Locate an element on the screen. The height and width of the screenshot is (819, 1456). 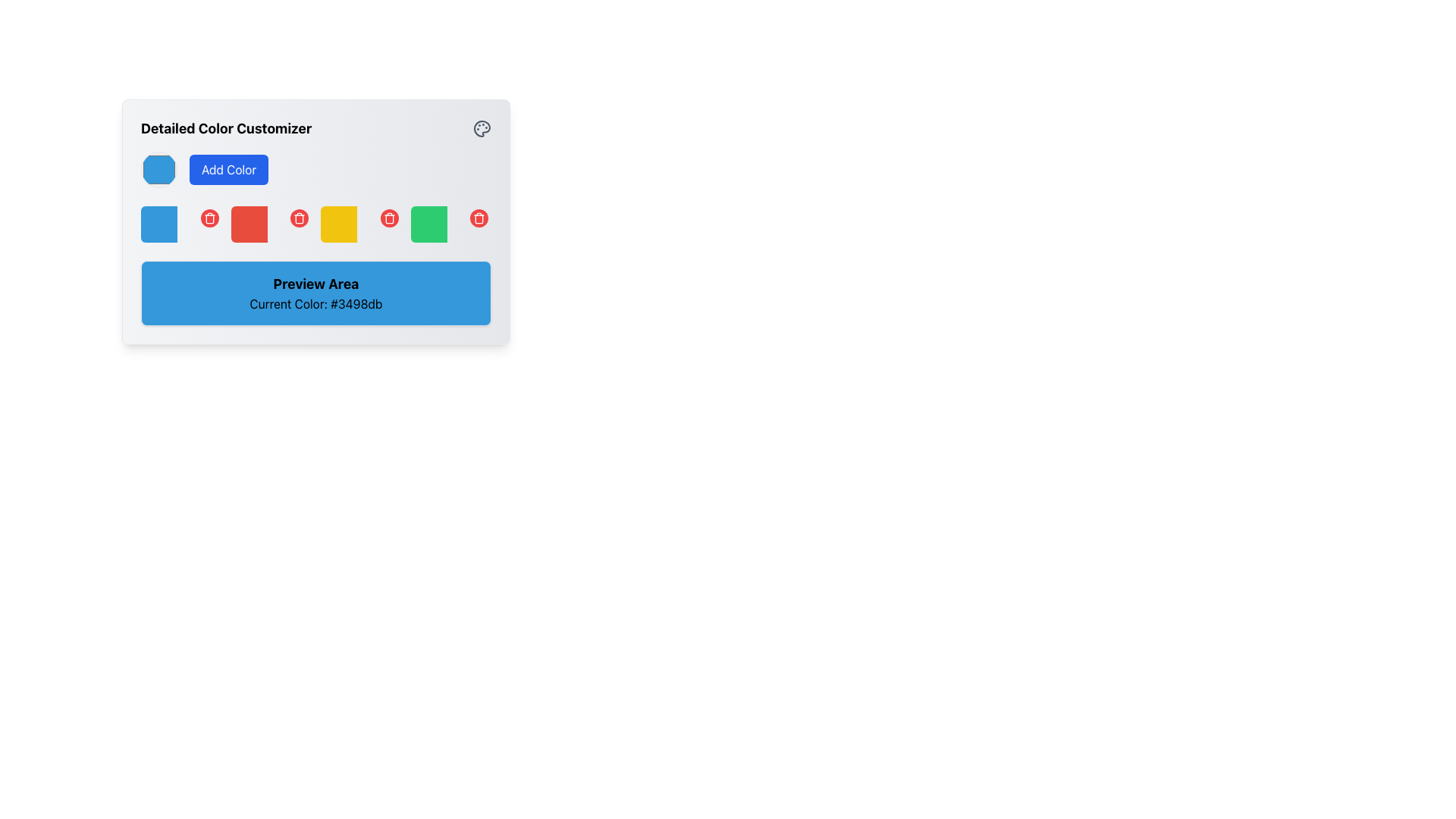
the rightmost green square with rounded corners is located at coordinates (428, 224).